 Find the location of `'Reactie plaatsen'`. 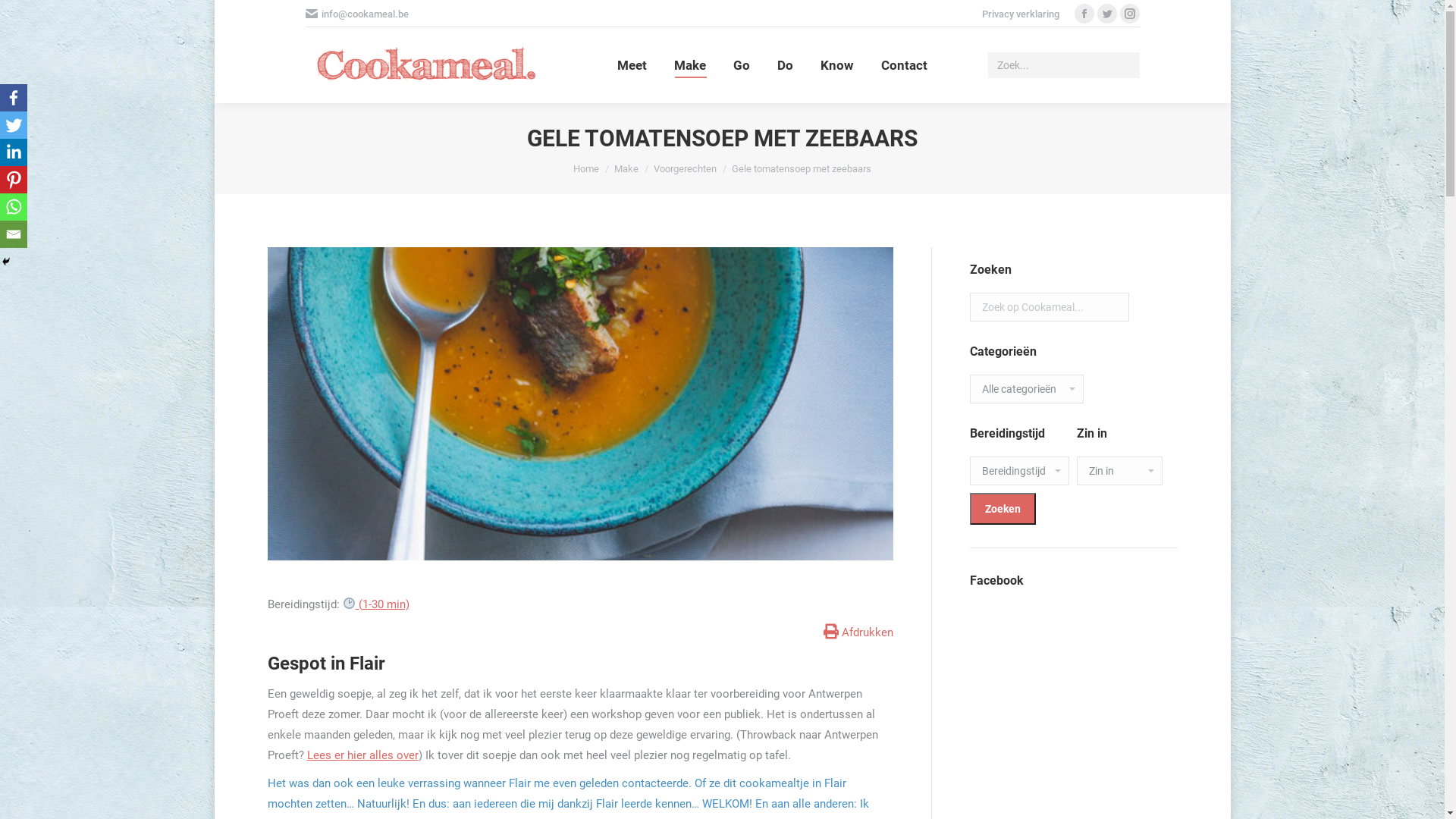

'Reactie plaatsen' is located at coordinates (55, 15).